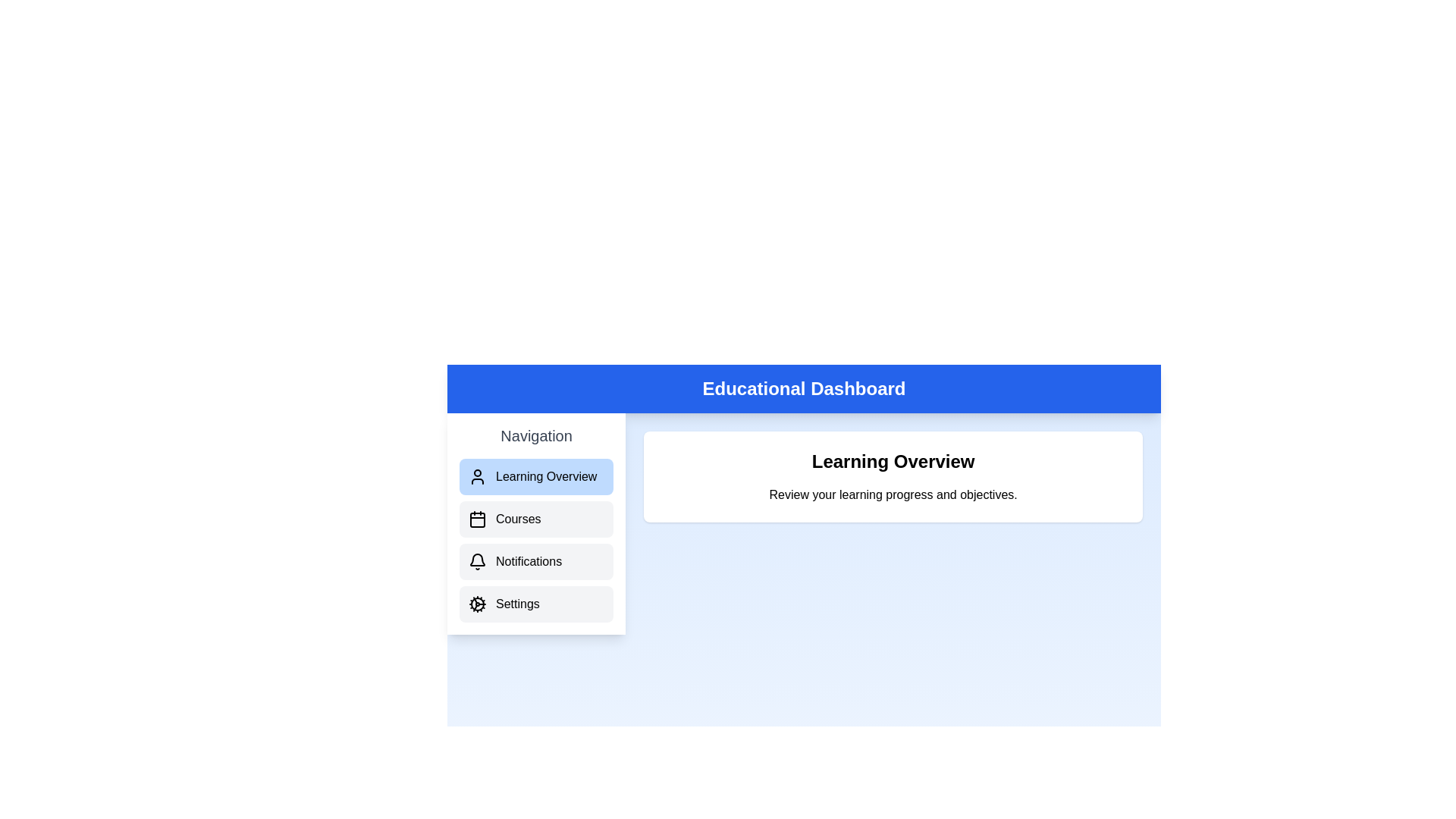  Describe the element at coordinates (536, 604) in the screenshot. I see `the sidebar option Settings to observe its hover effect` at that location.